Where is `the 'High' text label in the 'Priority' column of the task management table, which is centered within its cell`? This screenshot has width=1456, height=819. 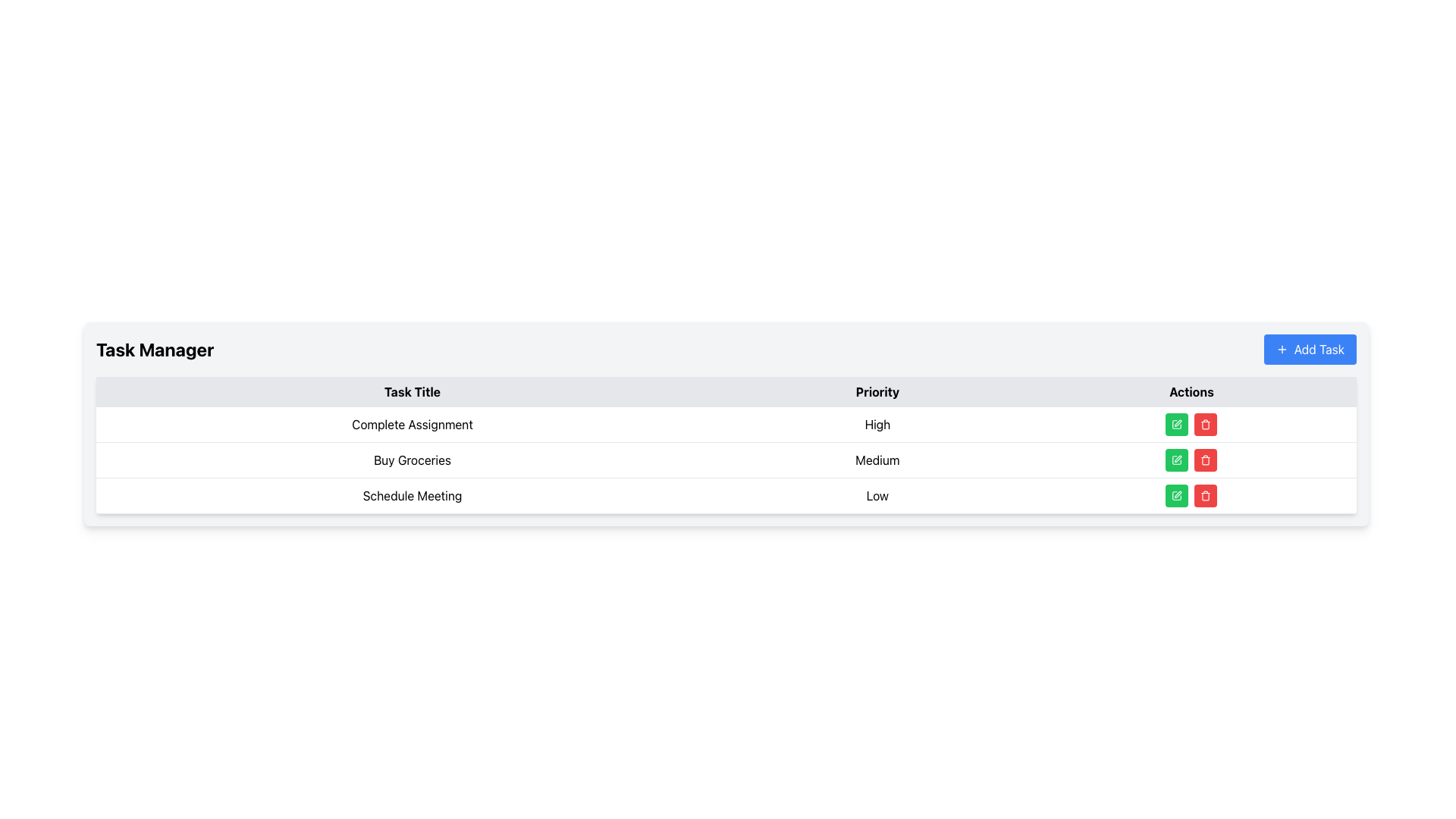
the 'High' text label in the 'Priority' column of the task management table, which is centered within its cell is located at coordinates (877, 425).